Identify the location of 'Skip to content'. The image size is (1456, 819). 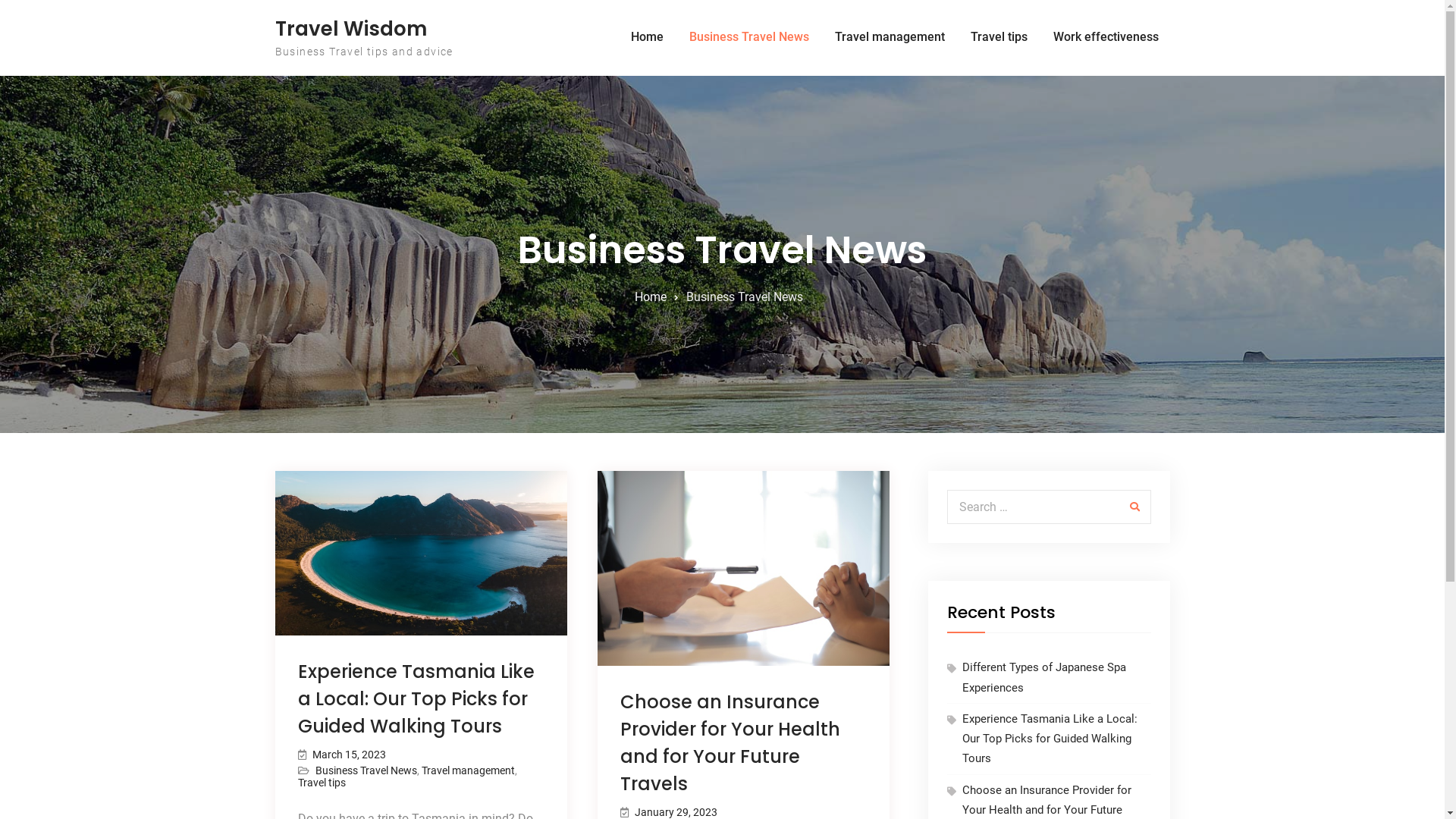
(0, 0).